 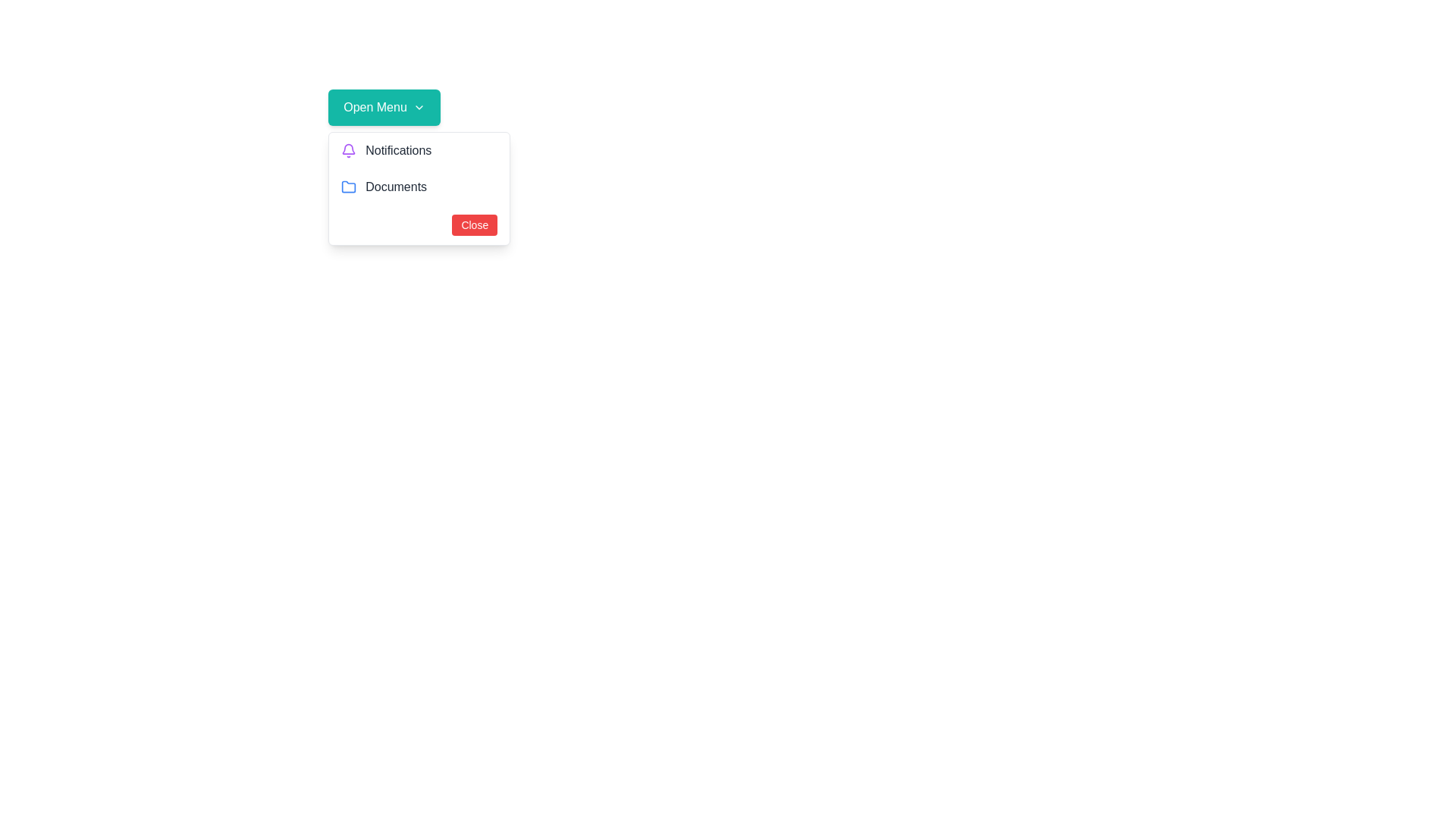 What do you see at coordinates (348, 186) in the screenshot?
I see `the 'Documents' icon located in the menu dropdown, positioned to the left of the 'Documents' label` at bounding box center [348, 186].